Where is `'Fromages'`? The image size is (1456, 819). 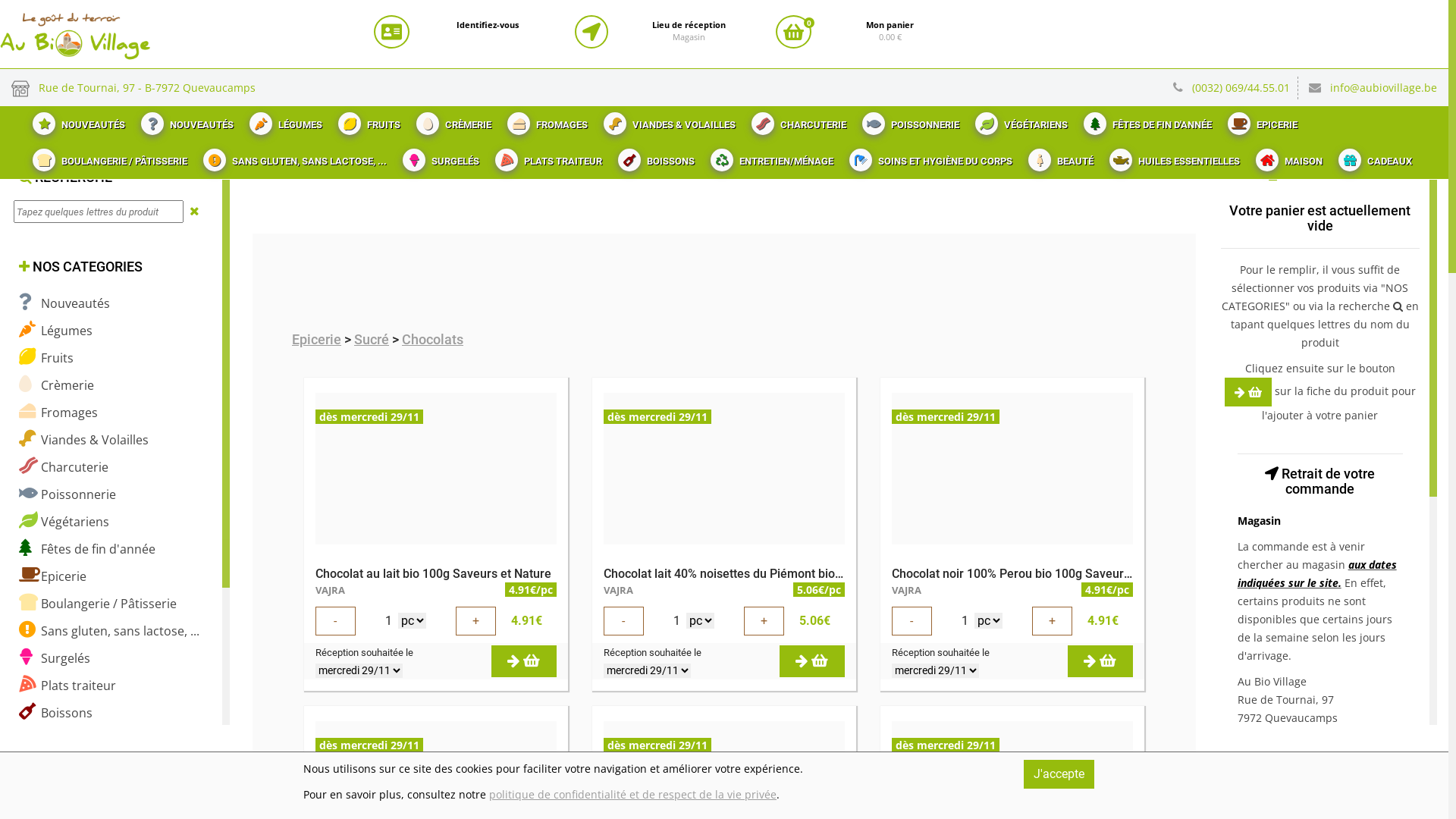 'Fromages' is located at coordinates (58, 412).